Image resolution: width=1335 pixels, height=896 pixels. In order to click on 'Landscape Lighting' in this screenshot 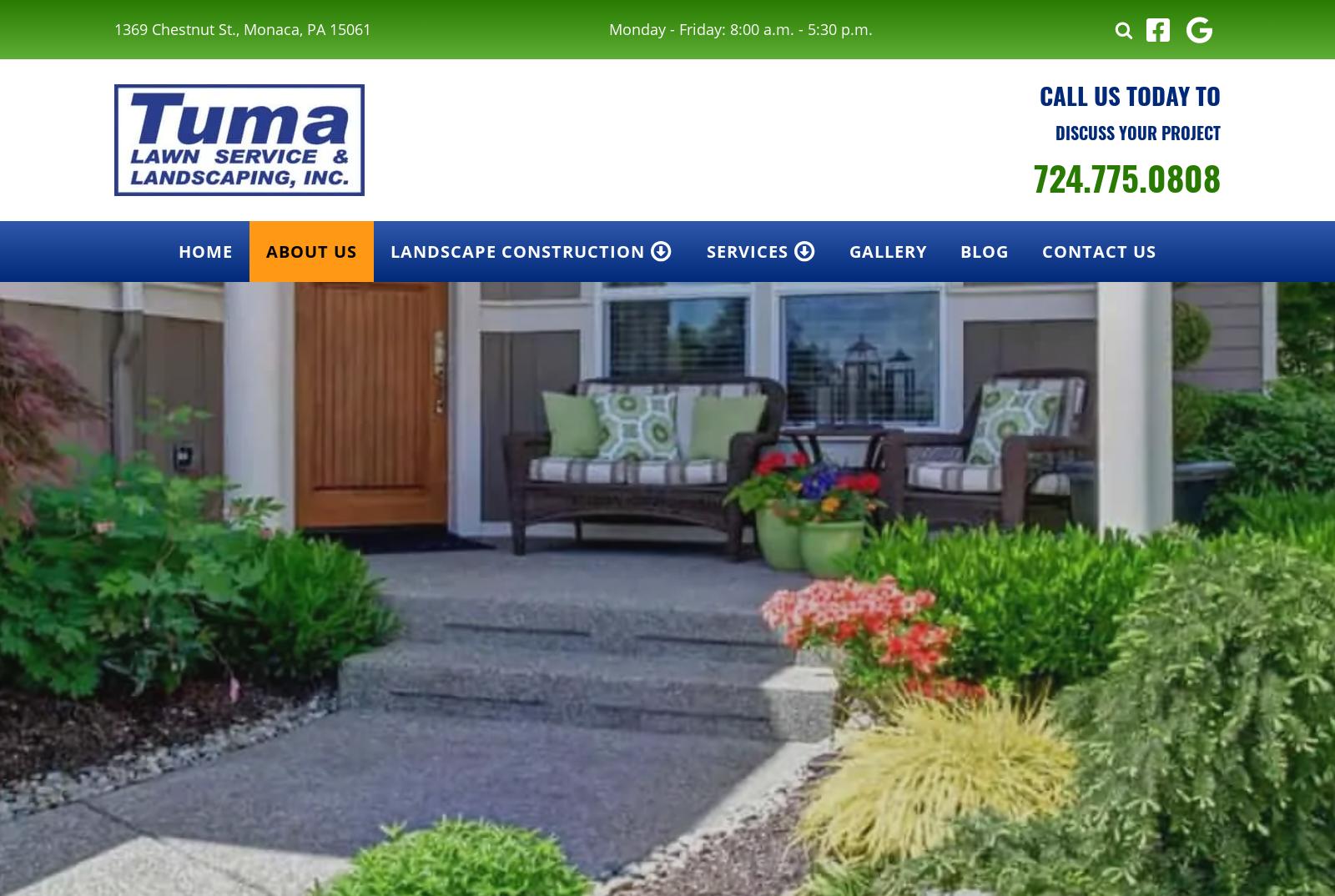, I will do `click(804, 360)`.